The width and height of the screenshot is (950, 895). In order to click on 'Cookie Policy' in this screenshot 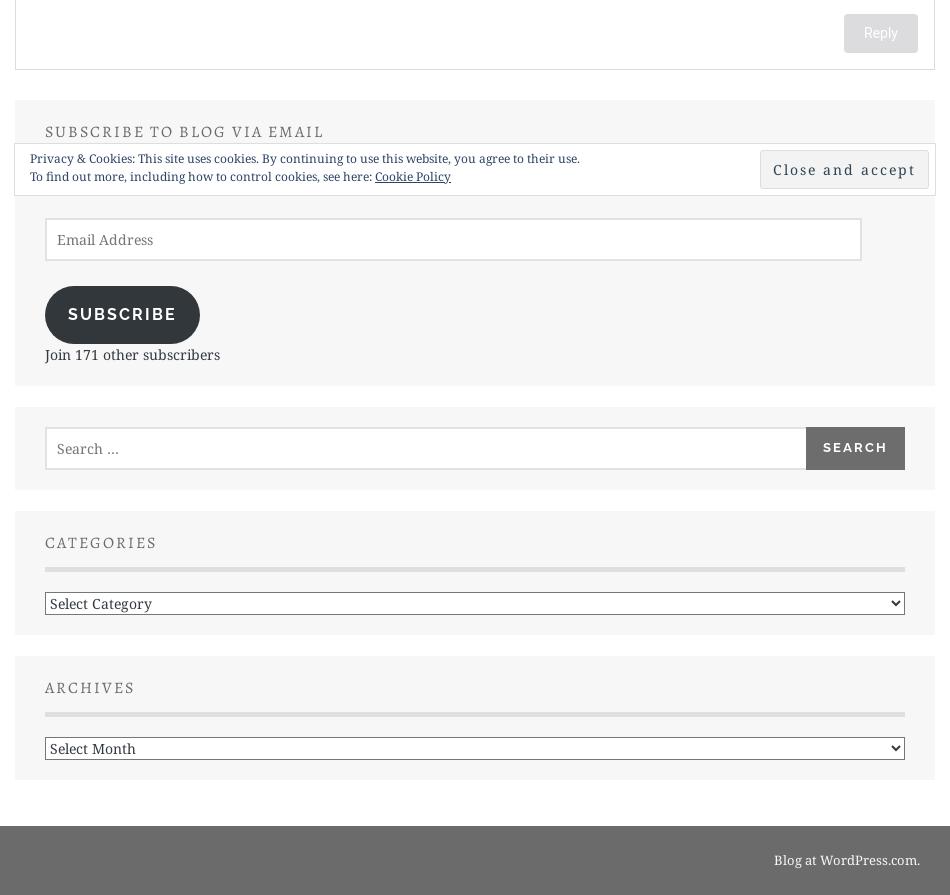, I will do `click(411, 176)`.